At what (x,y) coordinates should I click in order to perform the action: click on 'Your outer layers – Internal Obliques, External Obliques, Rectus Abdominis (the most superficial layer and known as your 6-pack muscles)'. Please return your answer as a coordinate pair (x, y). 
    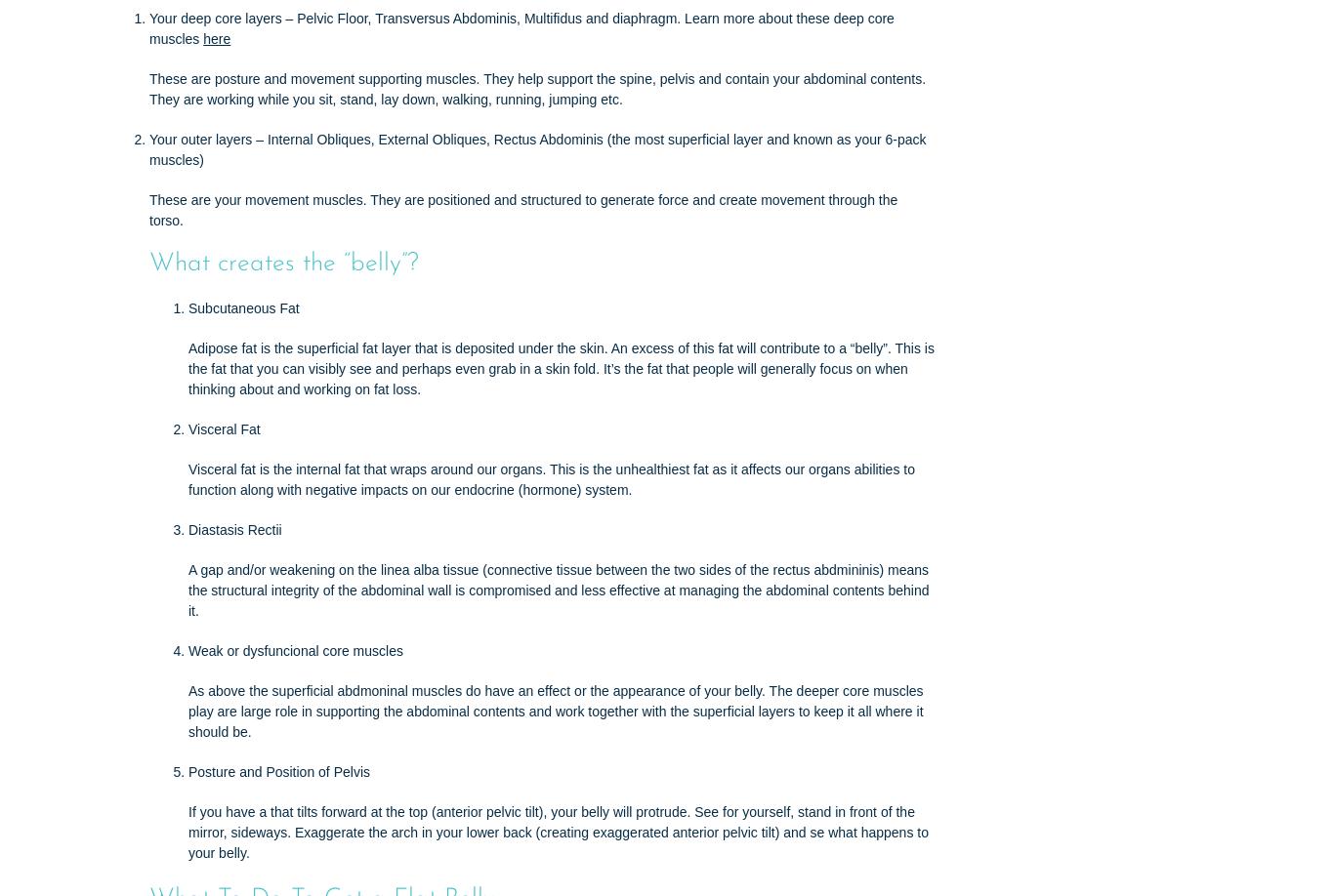
    Looking at the image, I should click on (537, 147).